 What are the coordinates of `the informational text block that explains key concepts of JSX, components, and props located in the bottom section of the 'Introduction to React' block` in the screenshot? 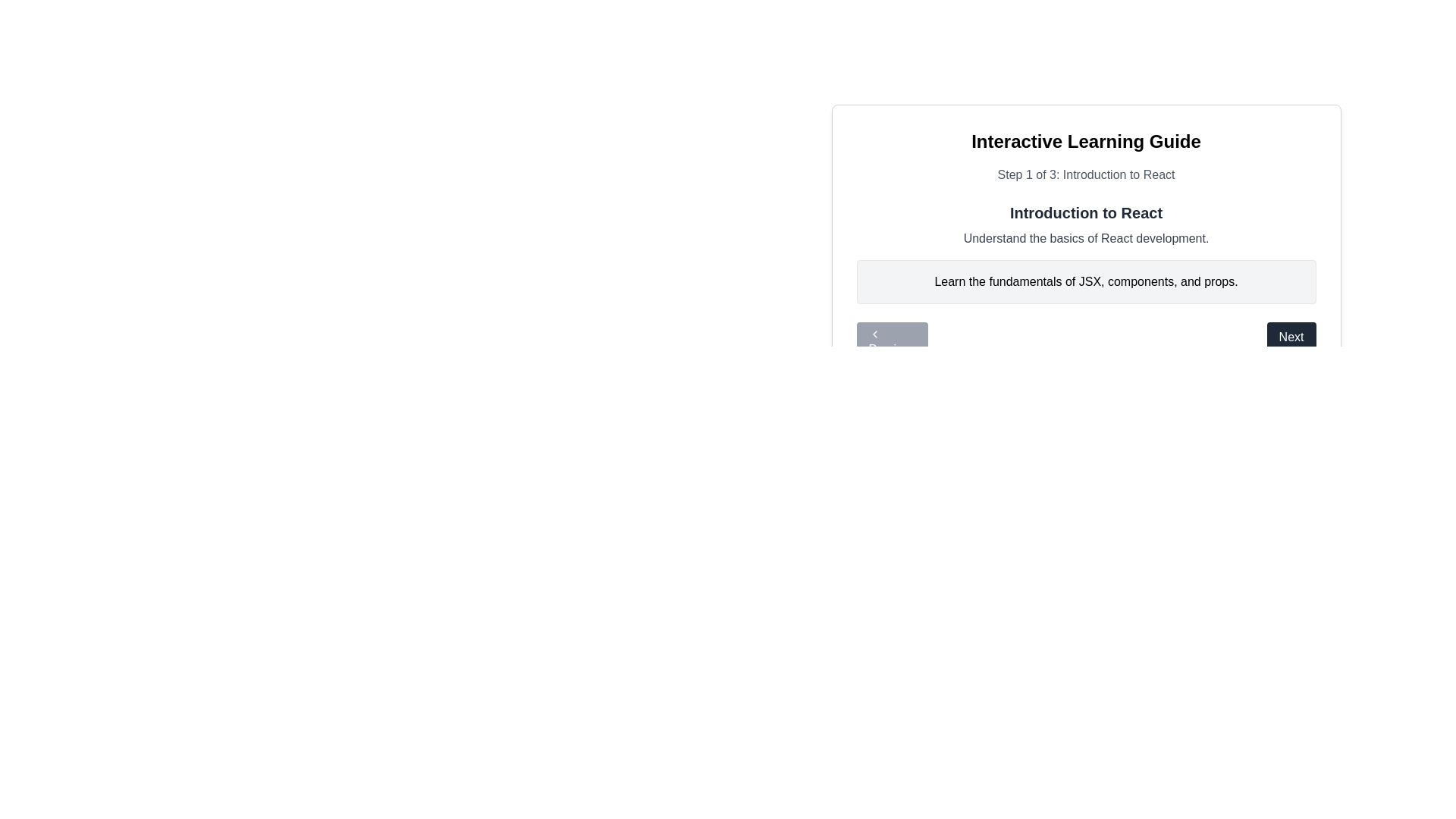 It's located at (1085, 281).